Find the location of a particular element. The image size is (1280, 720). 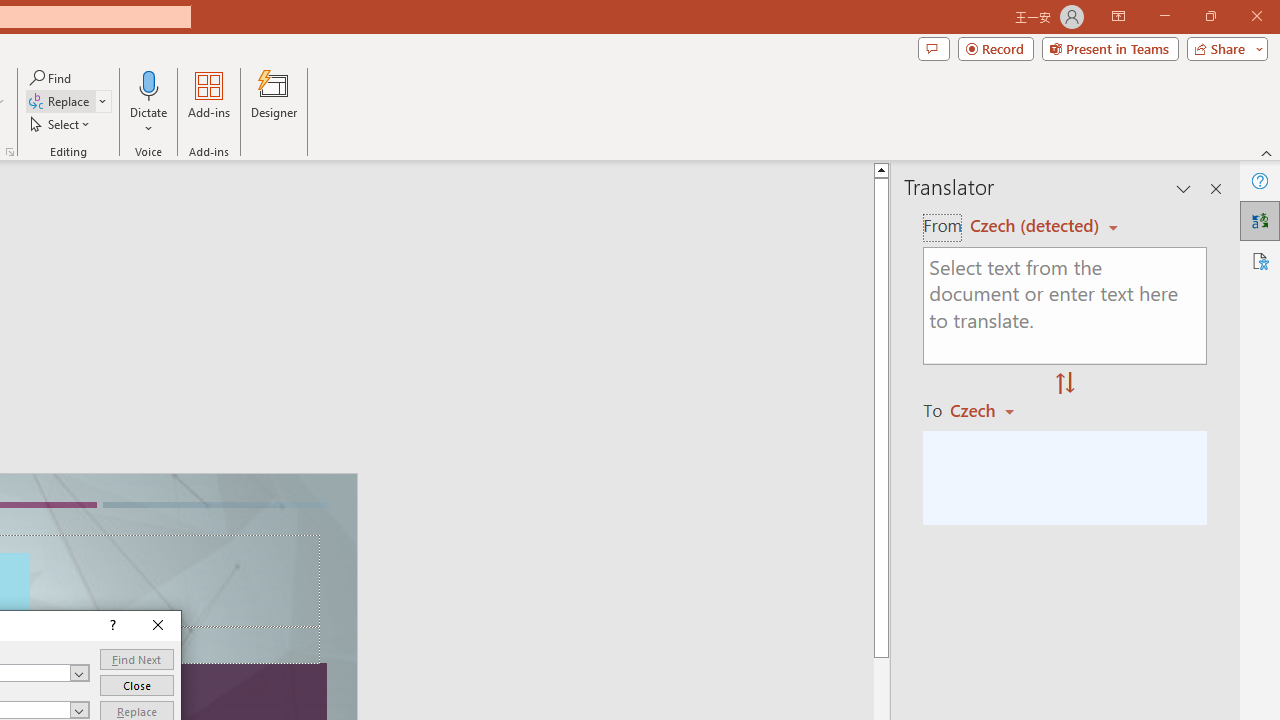

'Context help' is located at coordinates (110, 625).